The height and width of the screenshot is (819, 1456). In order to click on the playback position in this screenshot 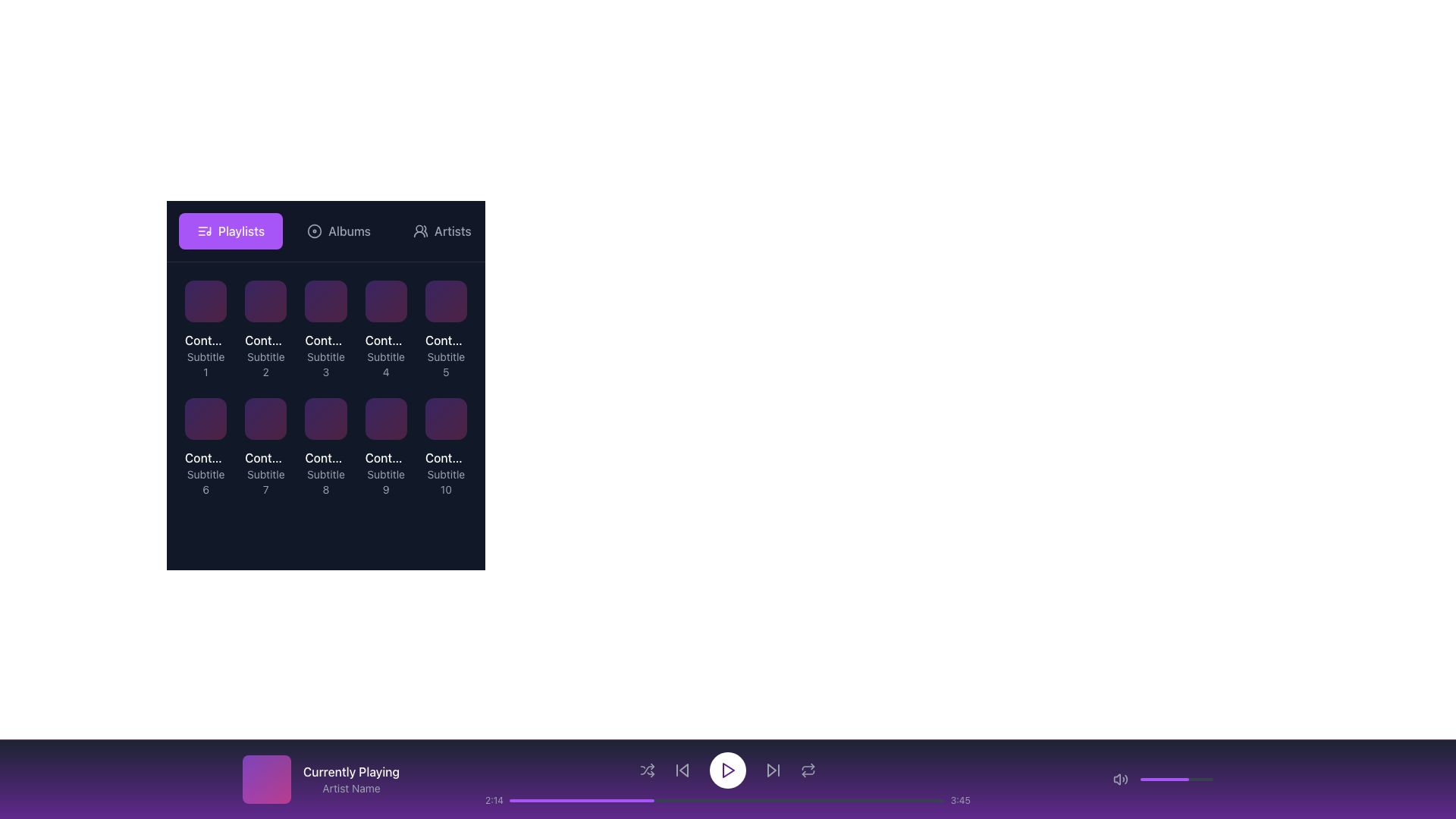, I will do `click(745, 800)`.